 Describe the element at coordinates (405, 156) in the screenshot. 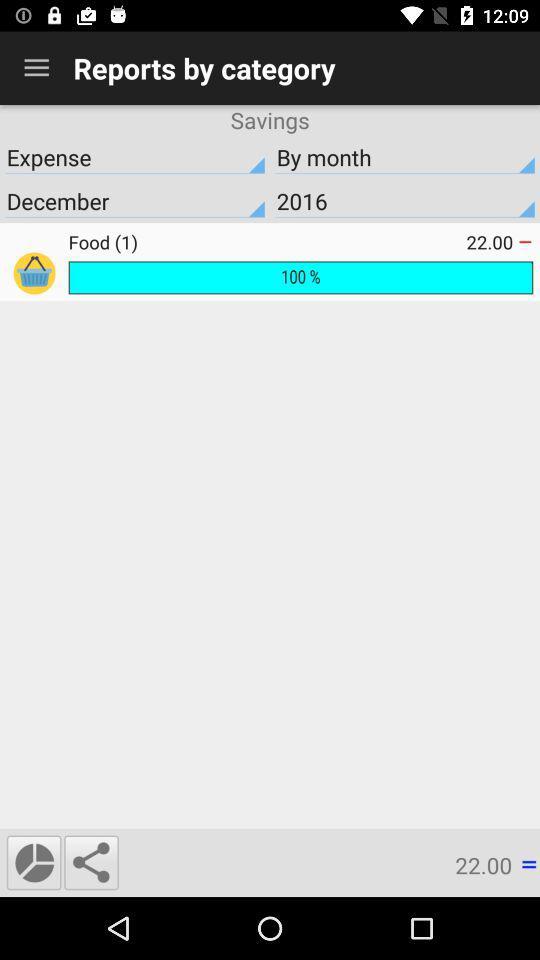

I see `the icon next to the expense item` at that location.